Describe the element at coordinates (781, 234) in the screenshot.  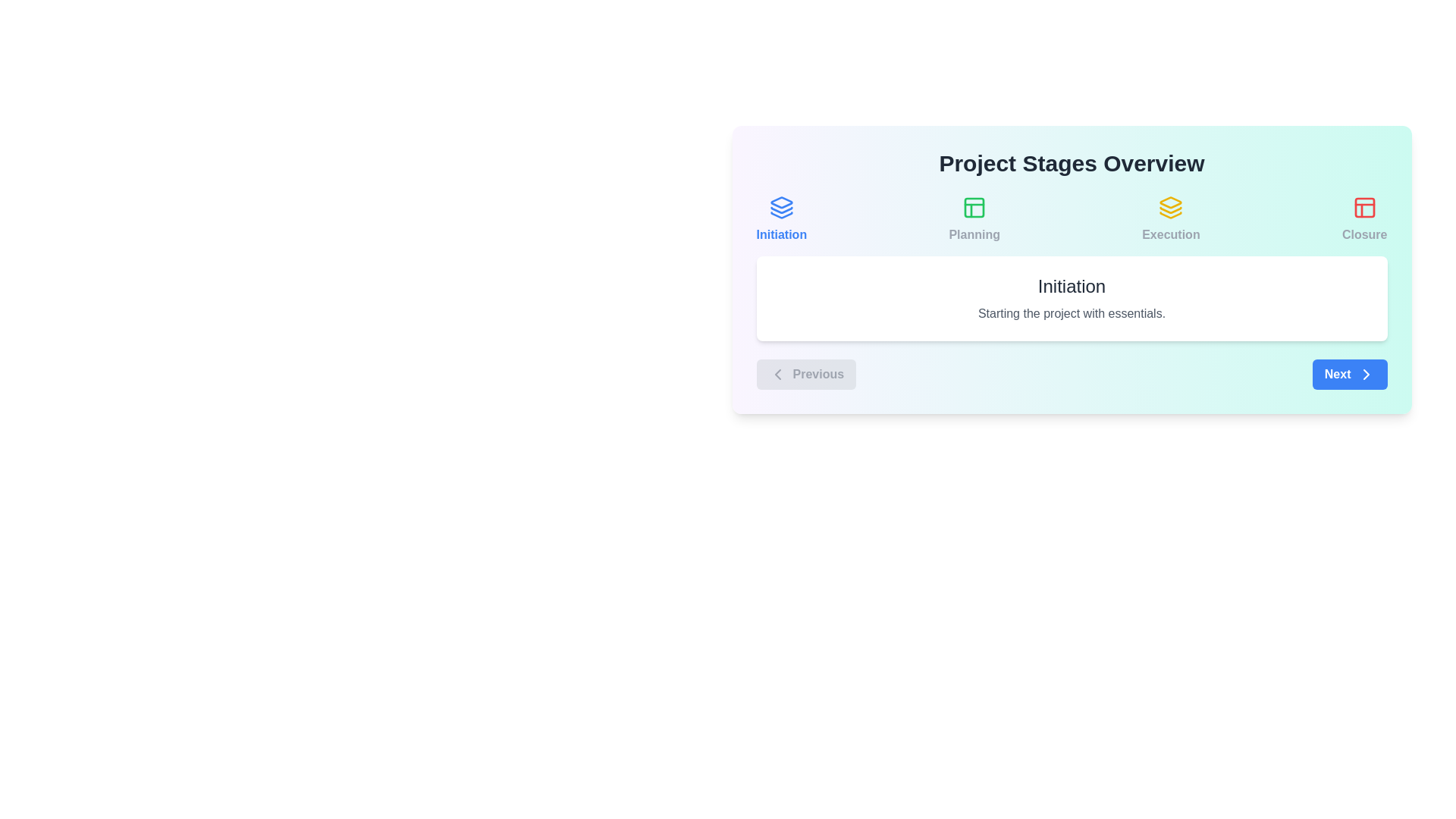
I see `text label indicating the 'Initiation' stage in the multi-step process, which is located below the 'Project Stages Overview' icon` at that location.